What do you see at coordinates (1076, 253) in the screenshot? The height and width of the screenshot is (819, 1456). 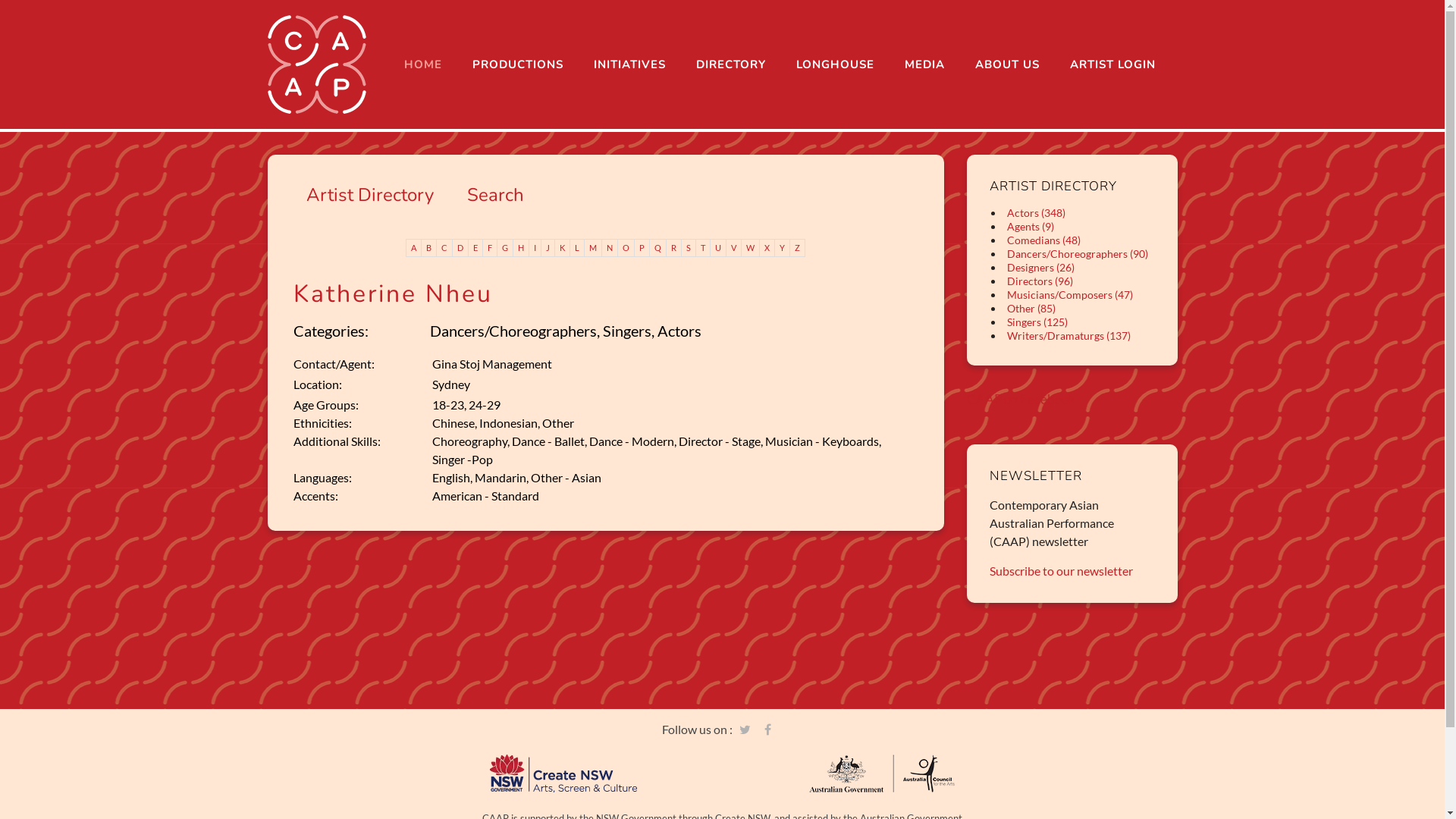 I see `'Dancers/Choreographers (90)'` at bounding box center [1076, 253].